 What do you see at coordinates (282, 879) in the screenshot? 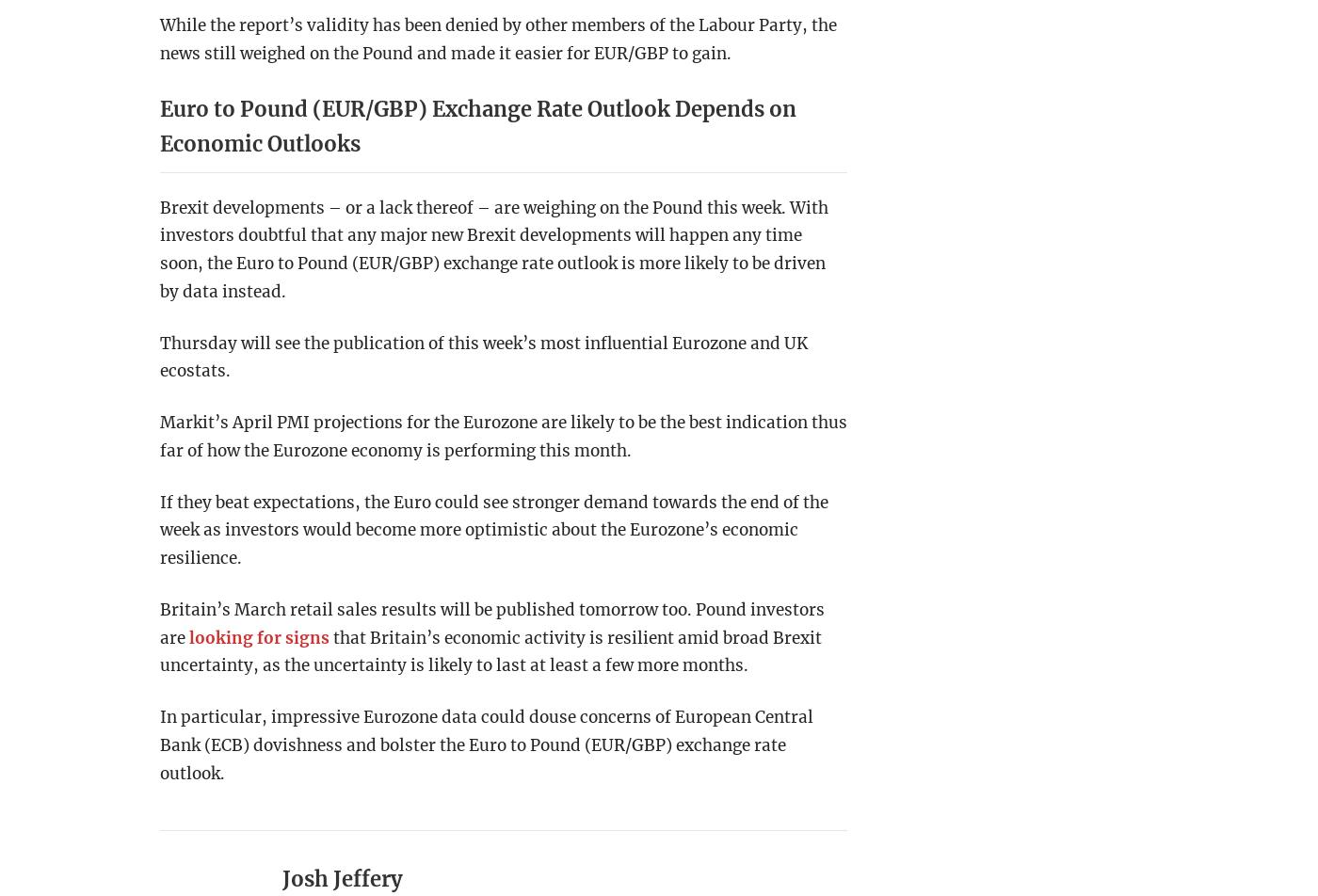
I see `'Josh Jeffery'` at bounding box center [282, 879].